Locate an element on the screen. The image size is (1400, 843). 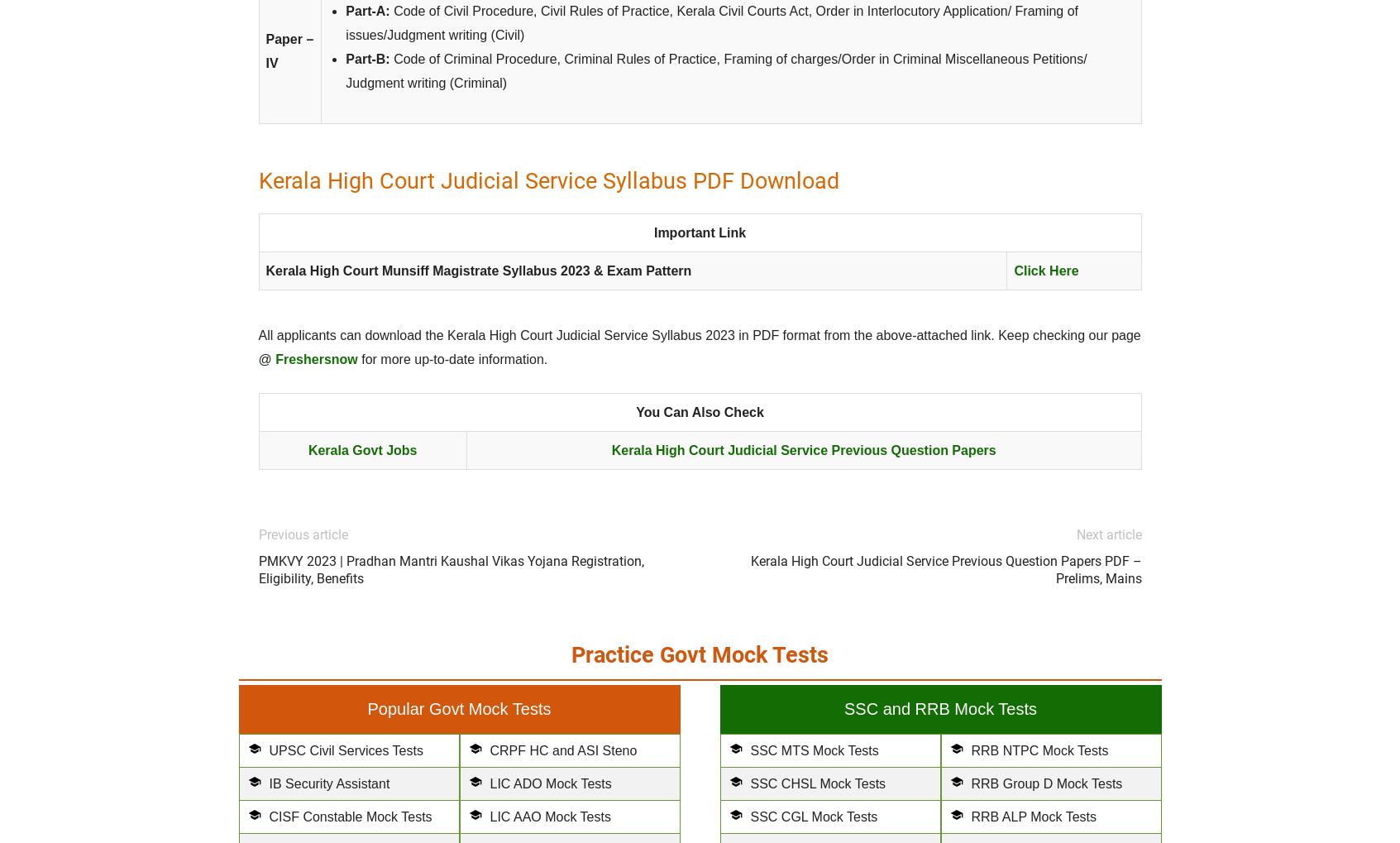
'All applicants can download the Kerala High Court Judicial Service Syllabus 2023 in PDF format from the above-attached link. Keep checking our page @' is located at coordinates (698, 347).